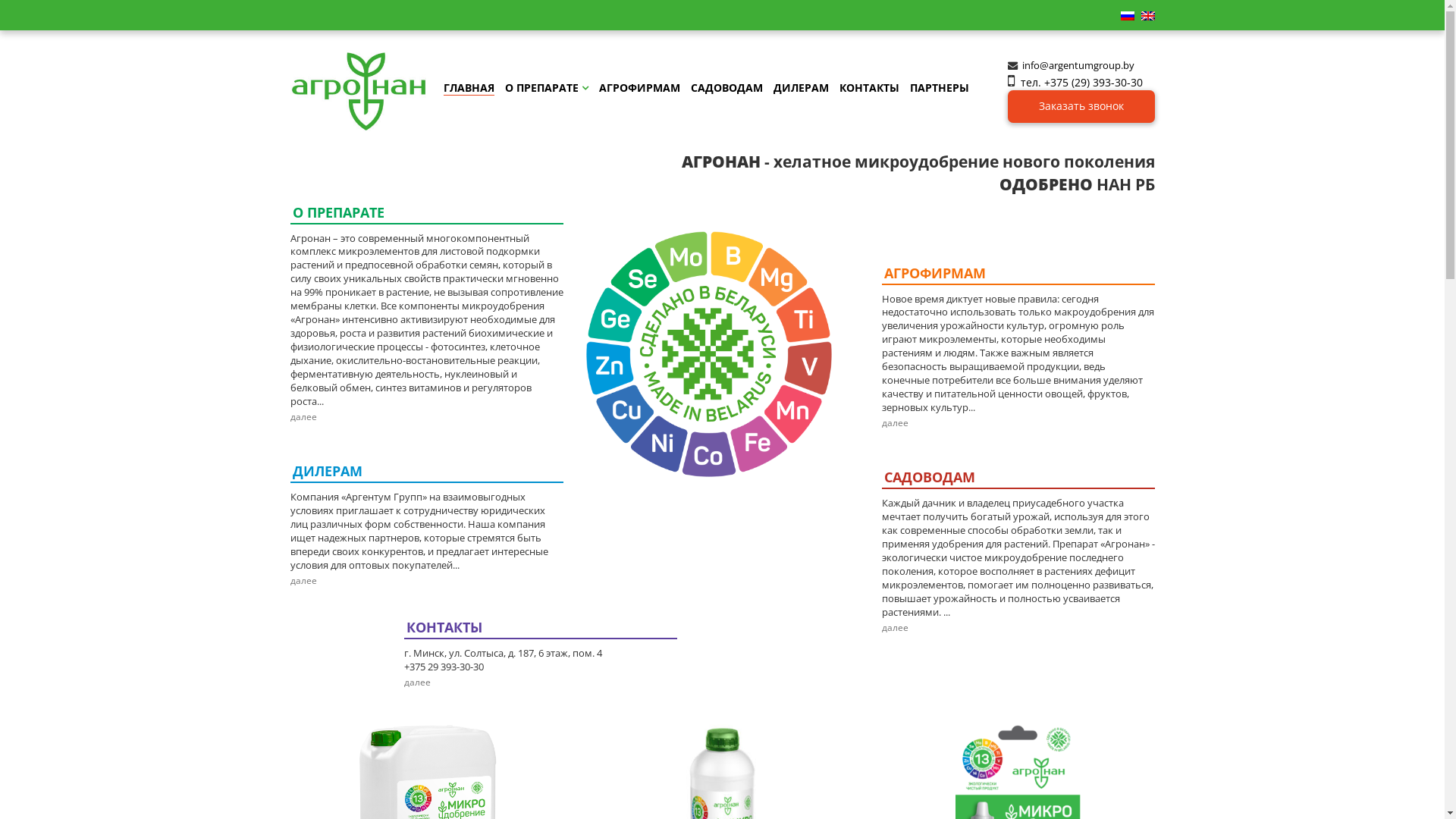 The width and height of the screenshot is (1456, 819). I want to click on 'English (en)', so click(1140, 14).